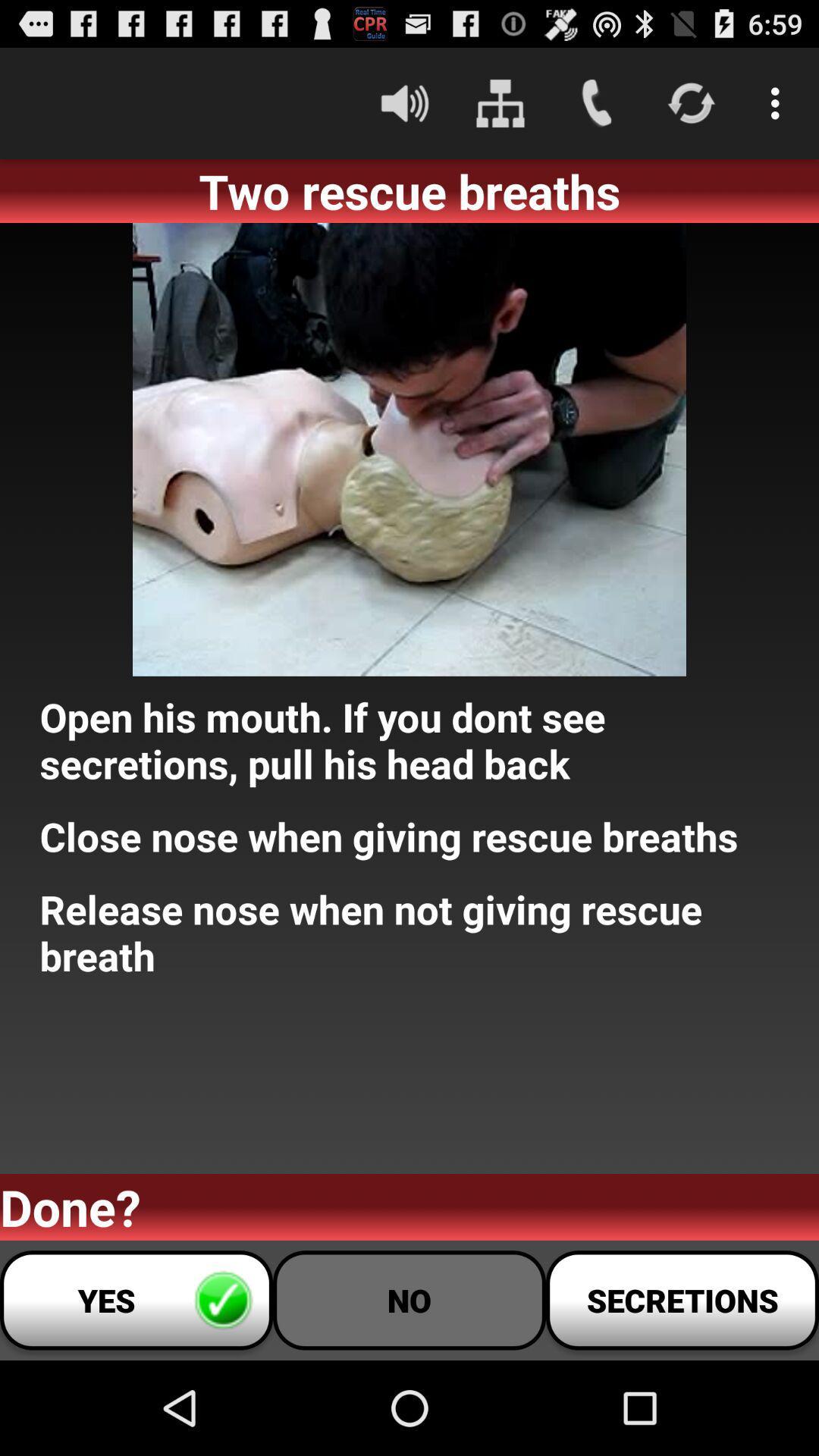  What do you see at coordinates (409, 1299) in the screenshot?
I see `no` at bounding box center [409, 1299].